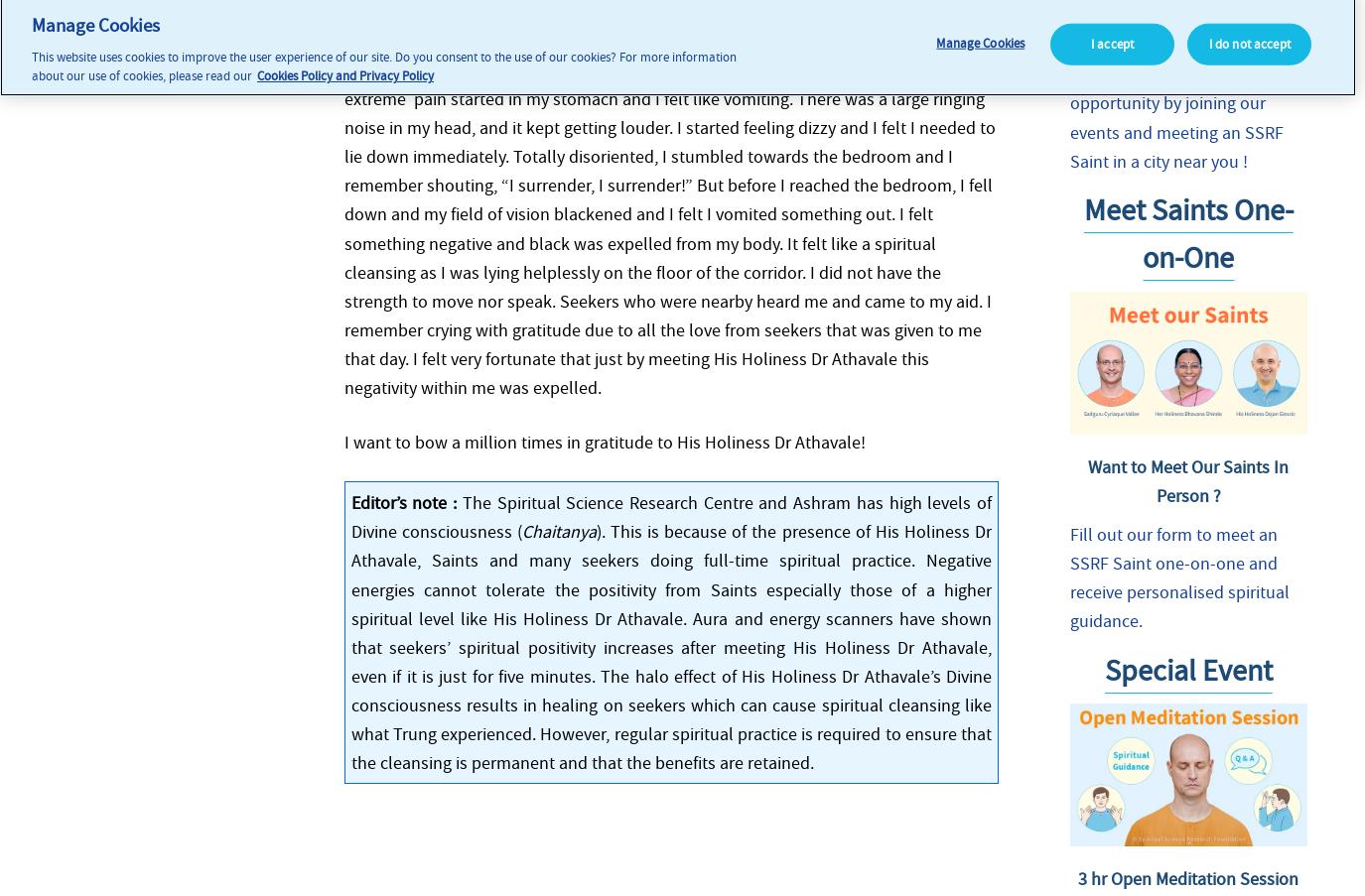 The width and height of the screenshot is (1365, 896). I want to click on 'Want to Meet Our Saints In Person ?', so click(1187, 480).